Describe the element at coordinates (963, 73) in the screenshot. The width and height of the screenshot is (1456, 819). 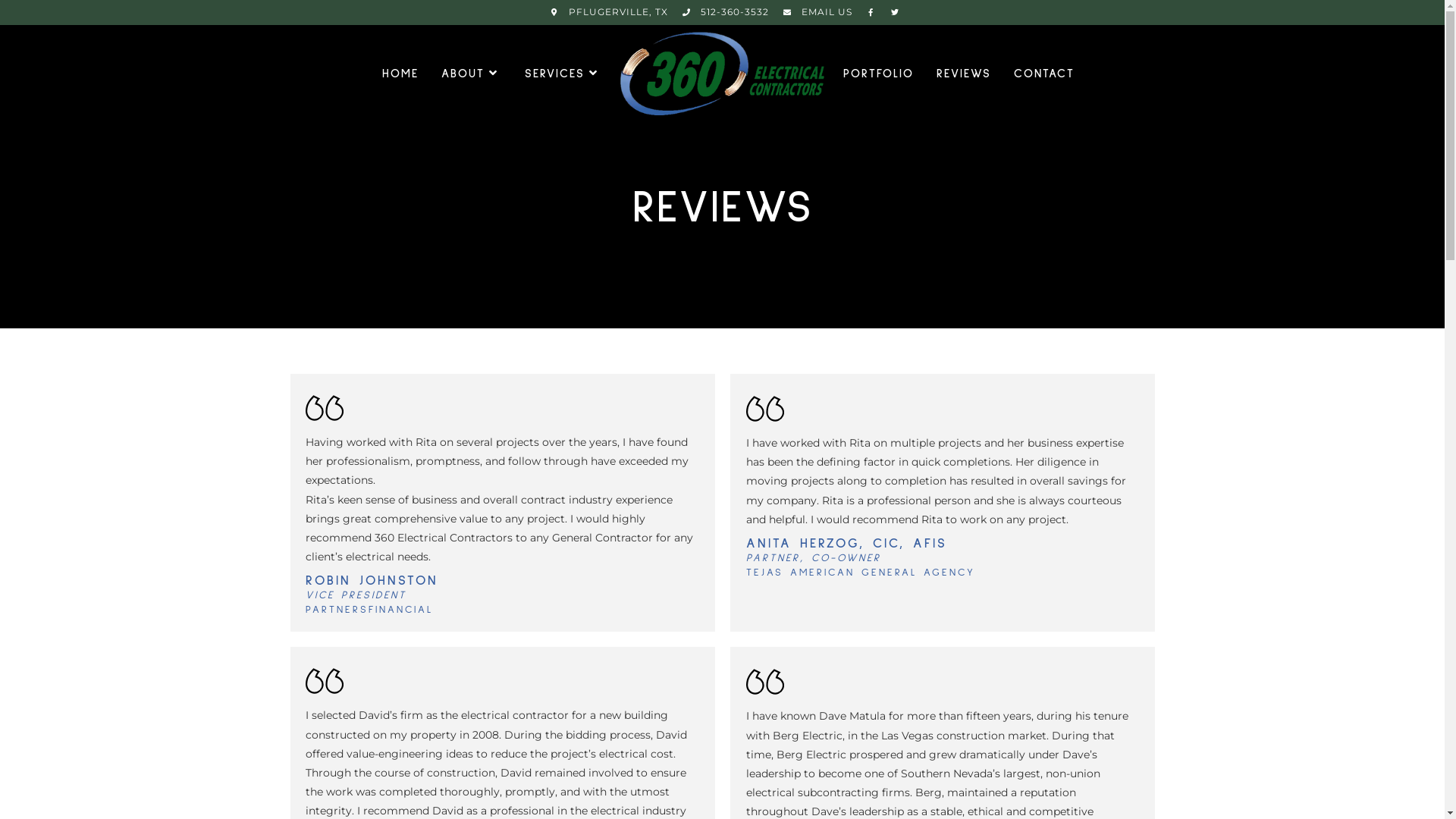
I see `'REVIEWS'` at that location.